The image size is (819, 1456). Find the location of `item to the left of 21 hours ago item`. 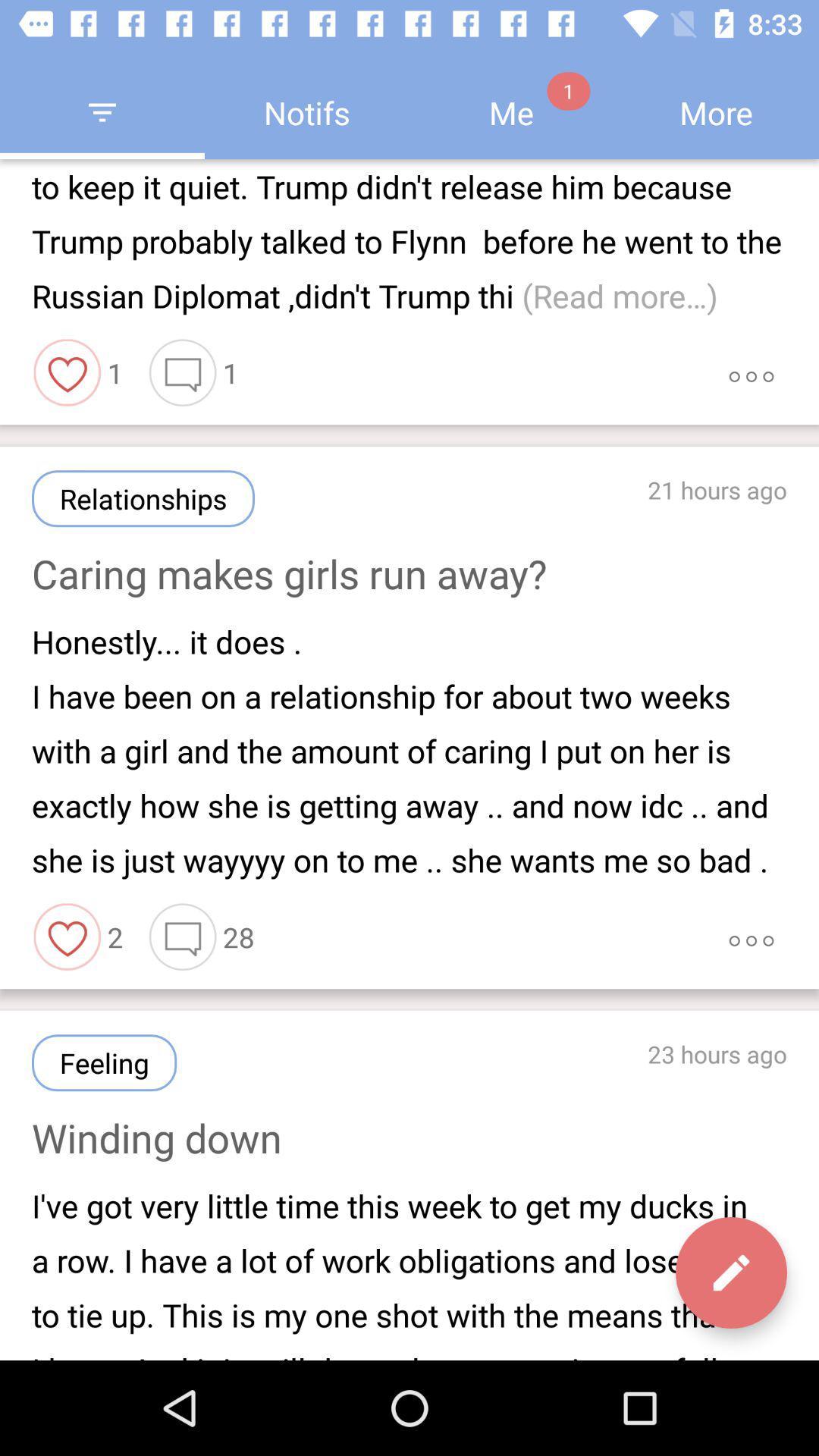

item to the left of 21 hours ago item is located at coordinates (143, 498).